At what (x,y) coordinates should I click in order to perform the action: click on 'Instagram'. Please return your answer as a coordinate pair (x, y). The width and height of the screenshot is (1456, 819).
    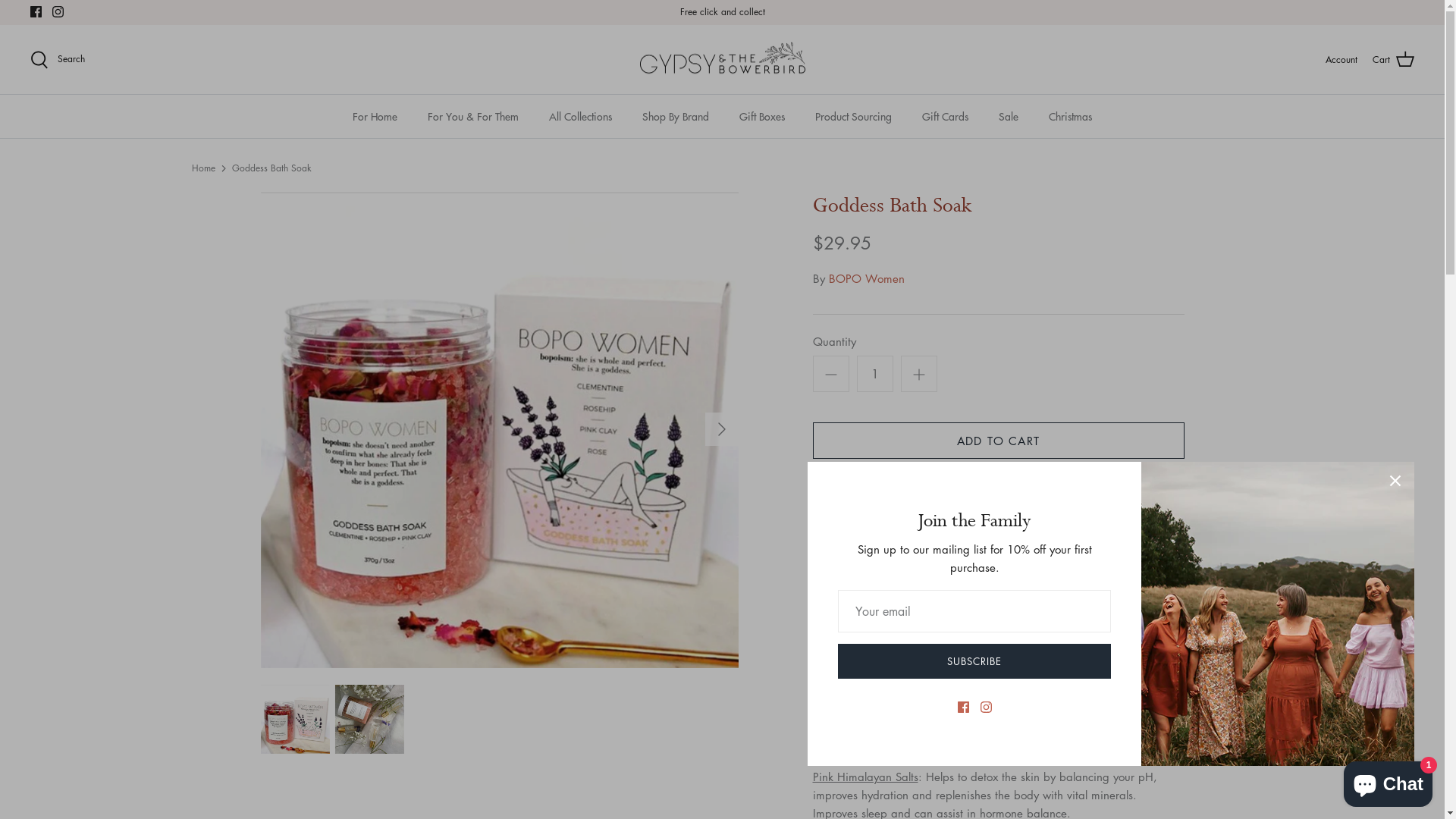
    Looking at the image, I should click on (58, 11).